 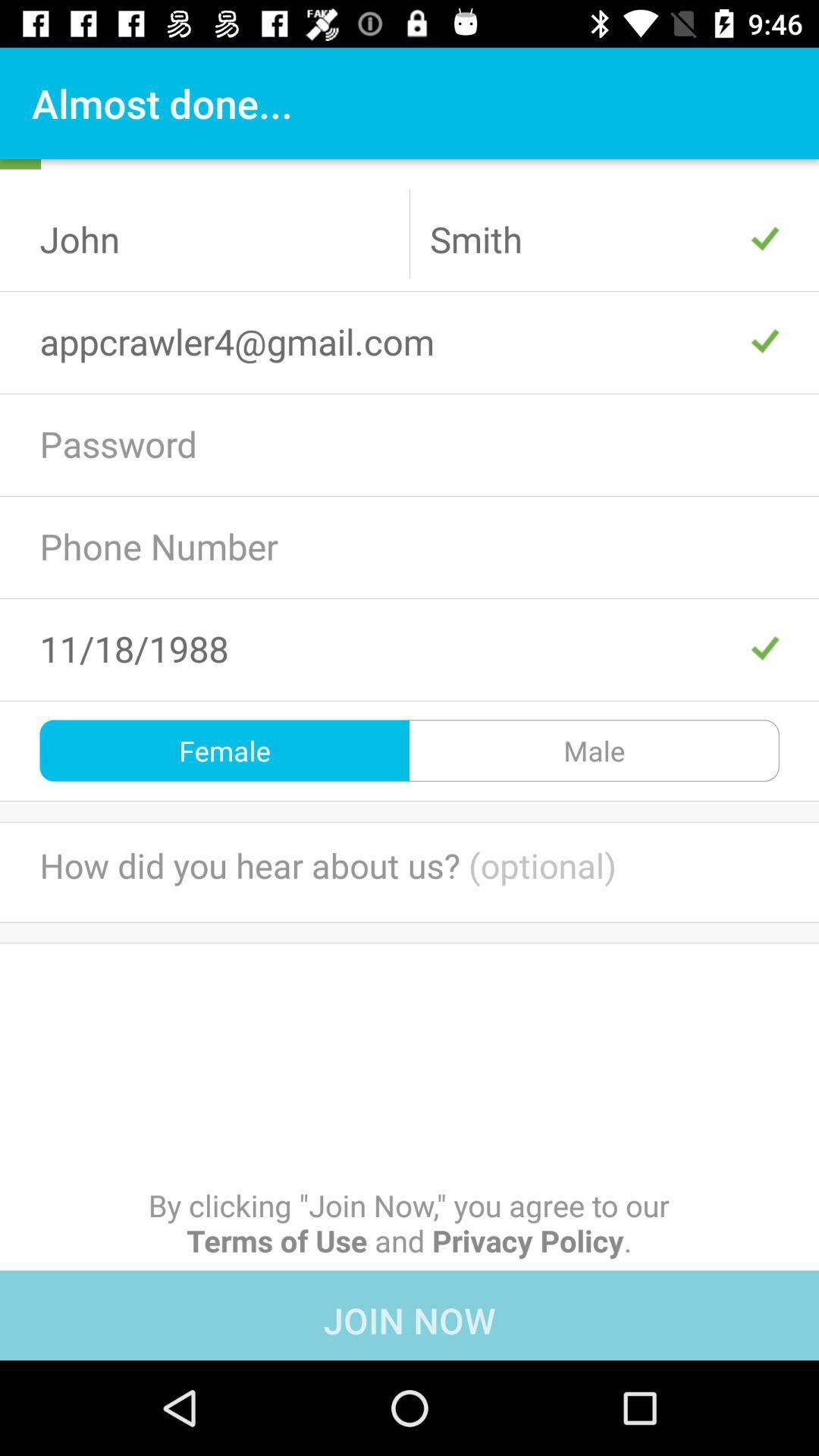 I want to click on male, so click(x=593, y=750).